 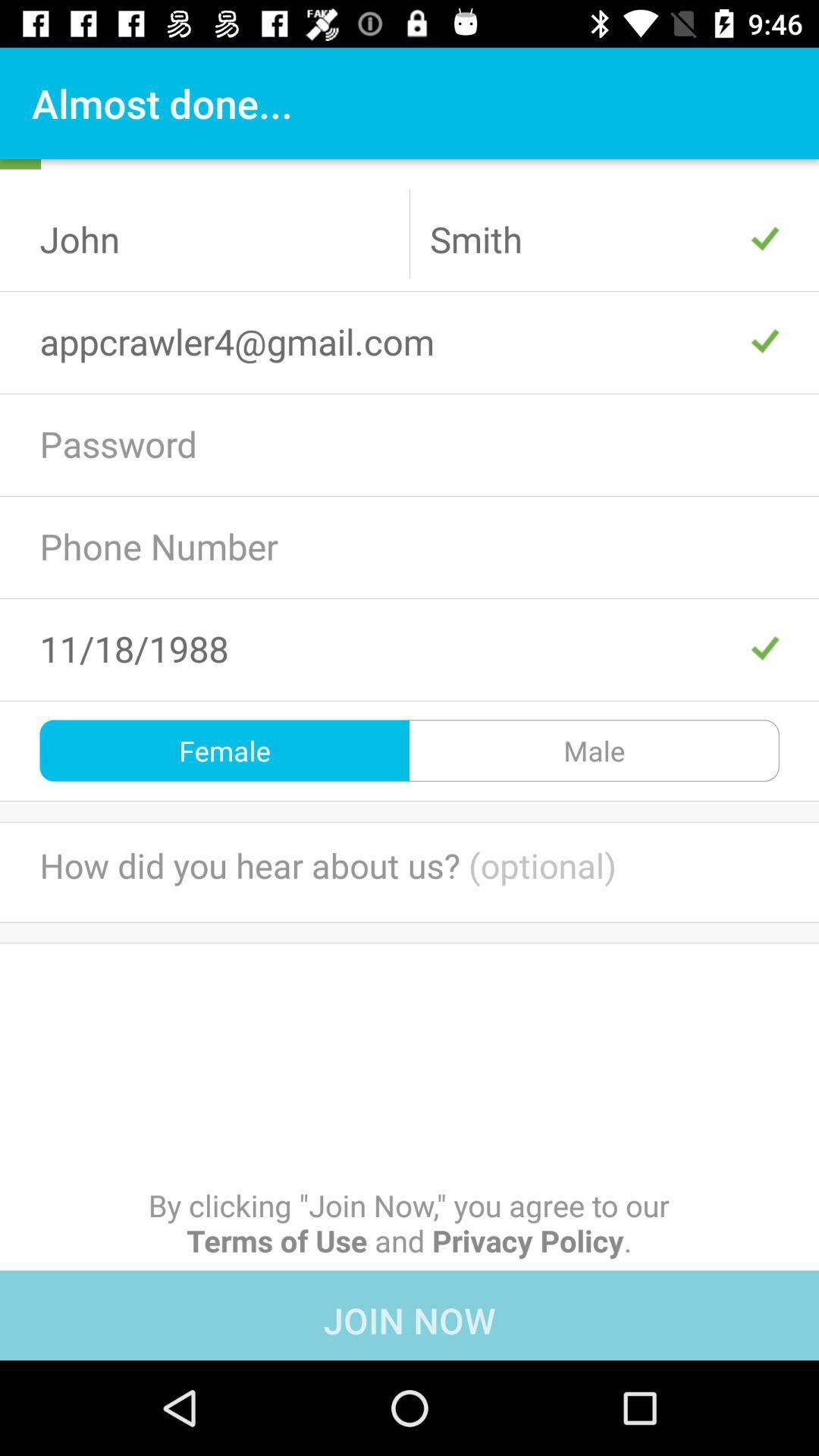 I want to click on male, so click(x=593, y=750).